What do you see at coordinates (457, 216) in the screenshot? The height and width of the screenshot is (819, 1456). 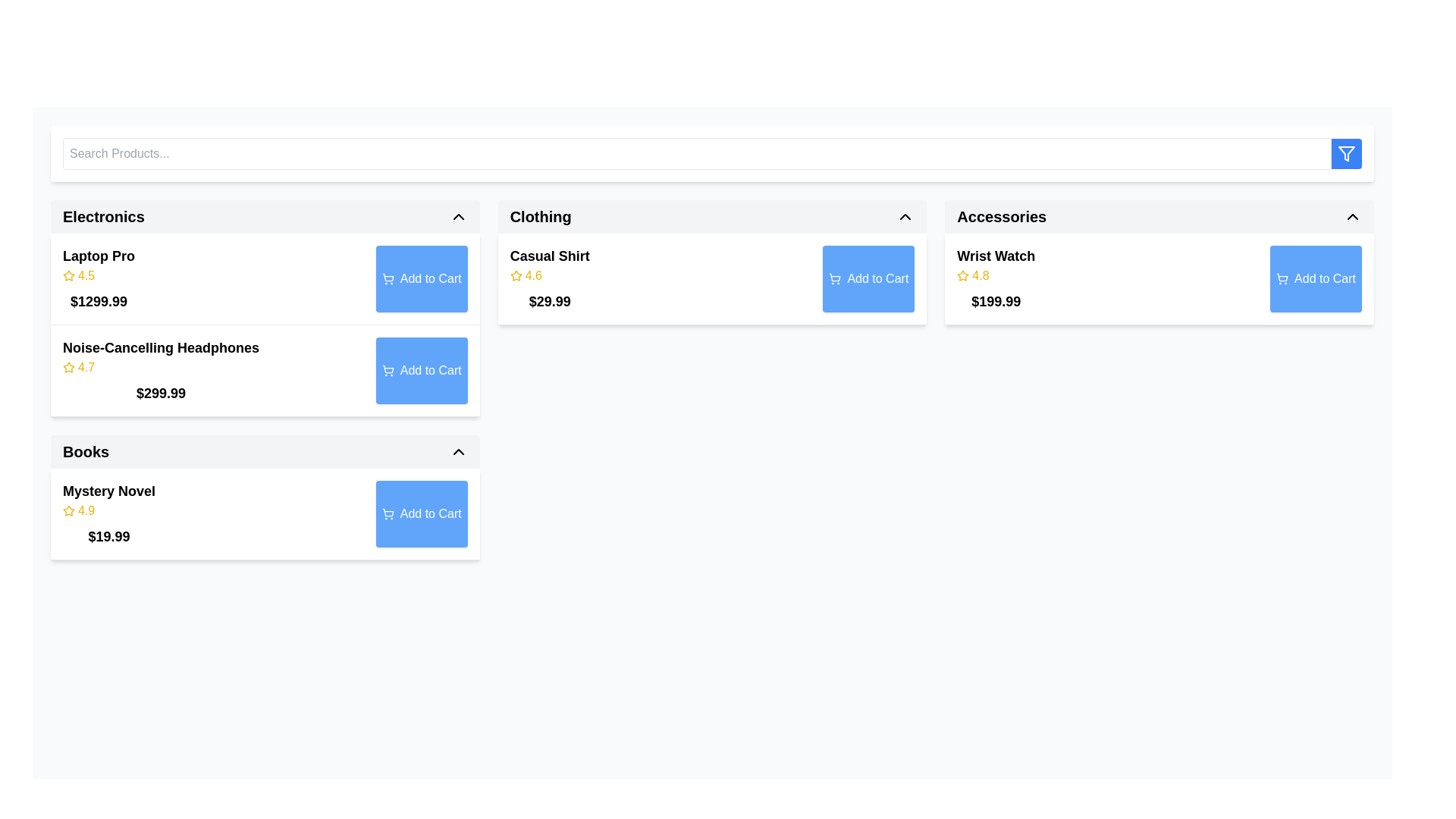 I see `the upward-pointing chevron icon located at the top-right corner of the 'Electronics' section header` at bounding box center [457, 216].